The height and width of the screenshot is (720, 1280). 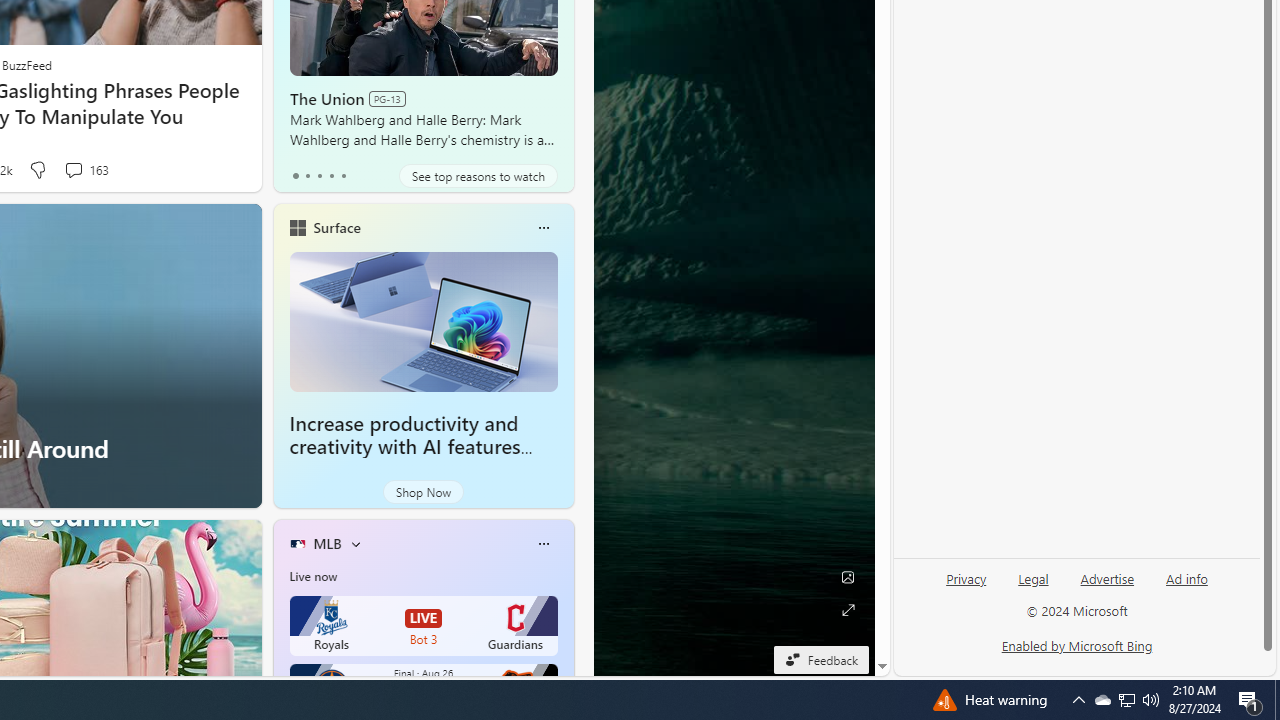 I want to click on 'tab-2', so click(x=320, y=175).